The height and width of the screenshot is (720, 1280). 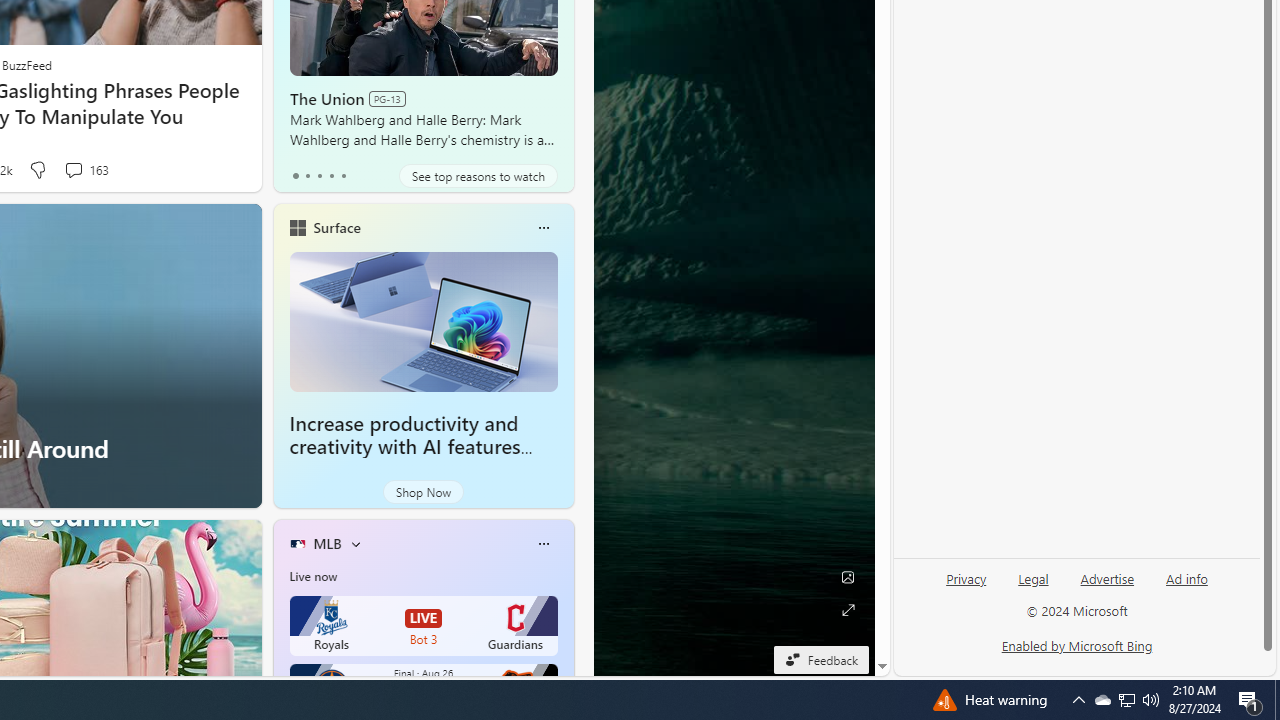 I want to click on 'tab-2', so click(x=320, y=175).